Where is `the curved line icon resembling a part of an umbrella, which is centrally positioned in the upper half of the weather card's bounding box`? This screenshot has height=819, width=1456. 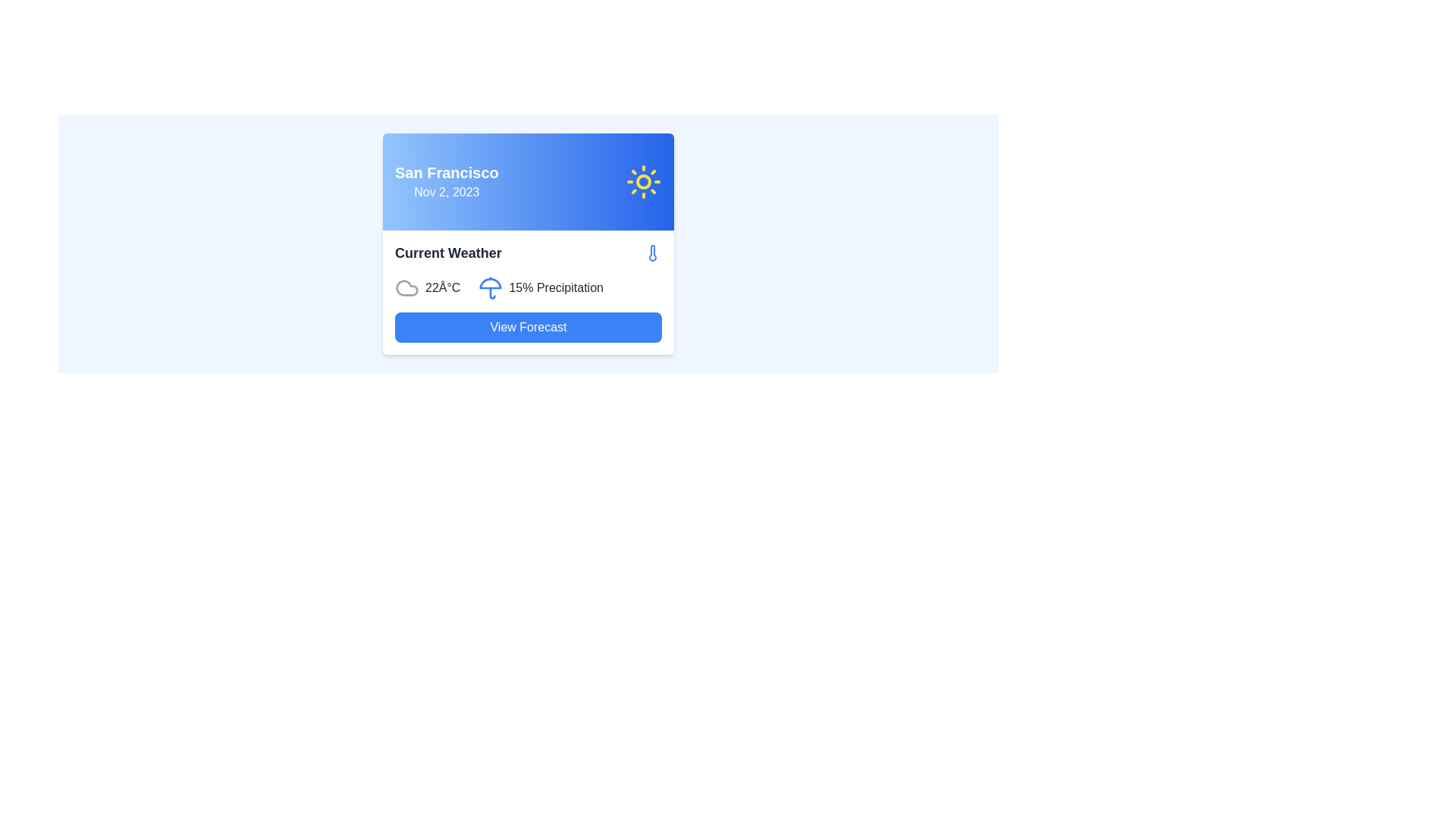 the curved line icon resembling a part of an umbrella, which is centrally positioned in the upper half of the weather card's bounding box is located at coordinates (491, 284).